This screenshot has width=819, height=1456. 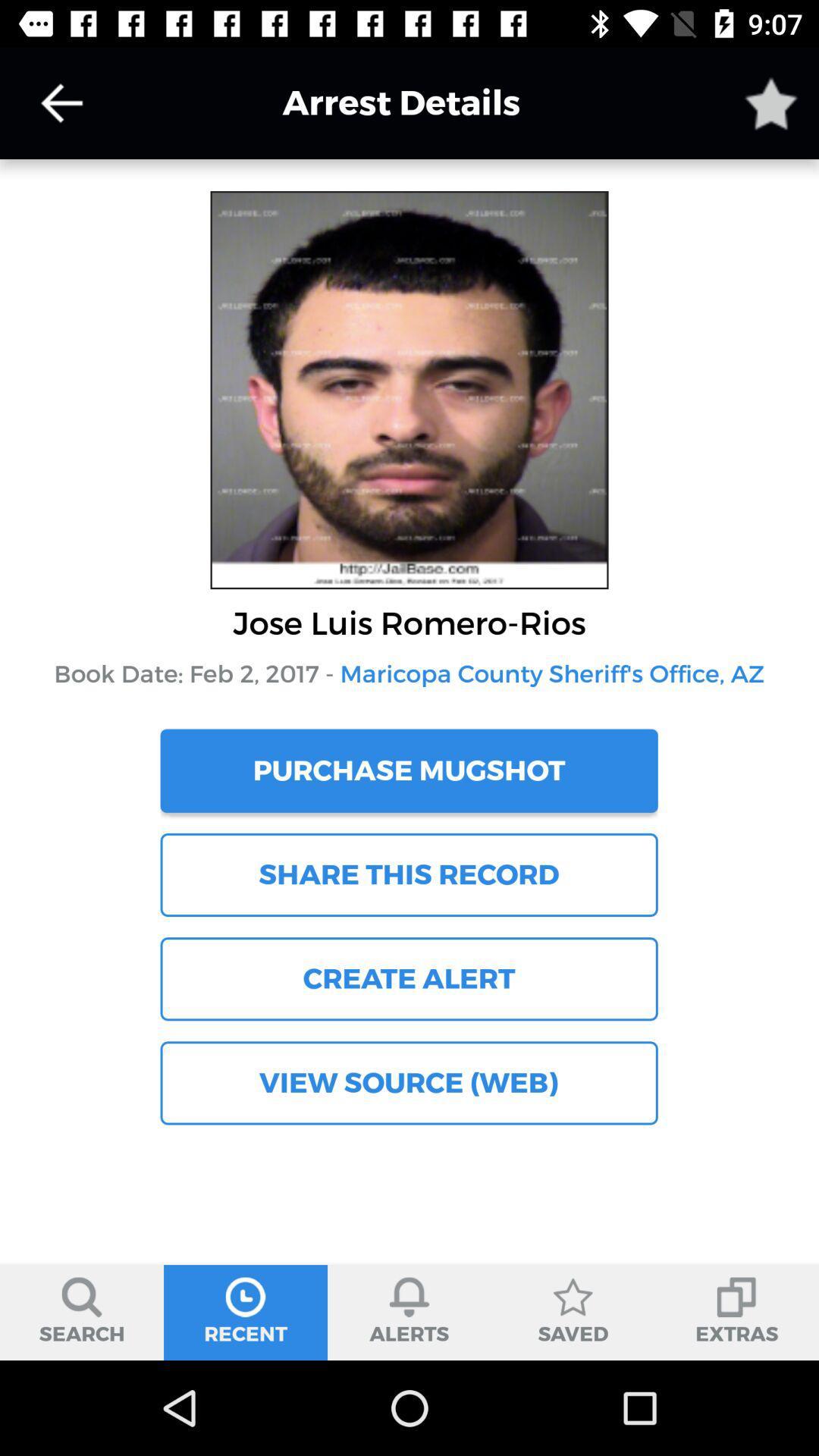 What do you see at coordinates (408, 979) in the screenshot?
I see `item above view source (web) item` at bounding box center [408, 979].